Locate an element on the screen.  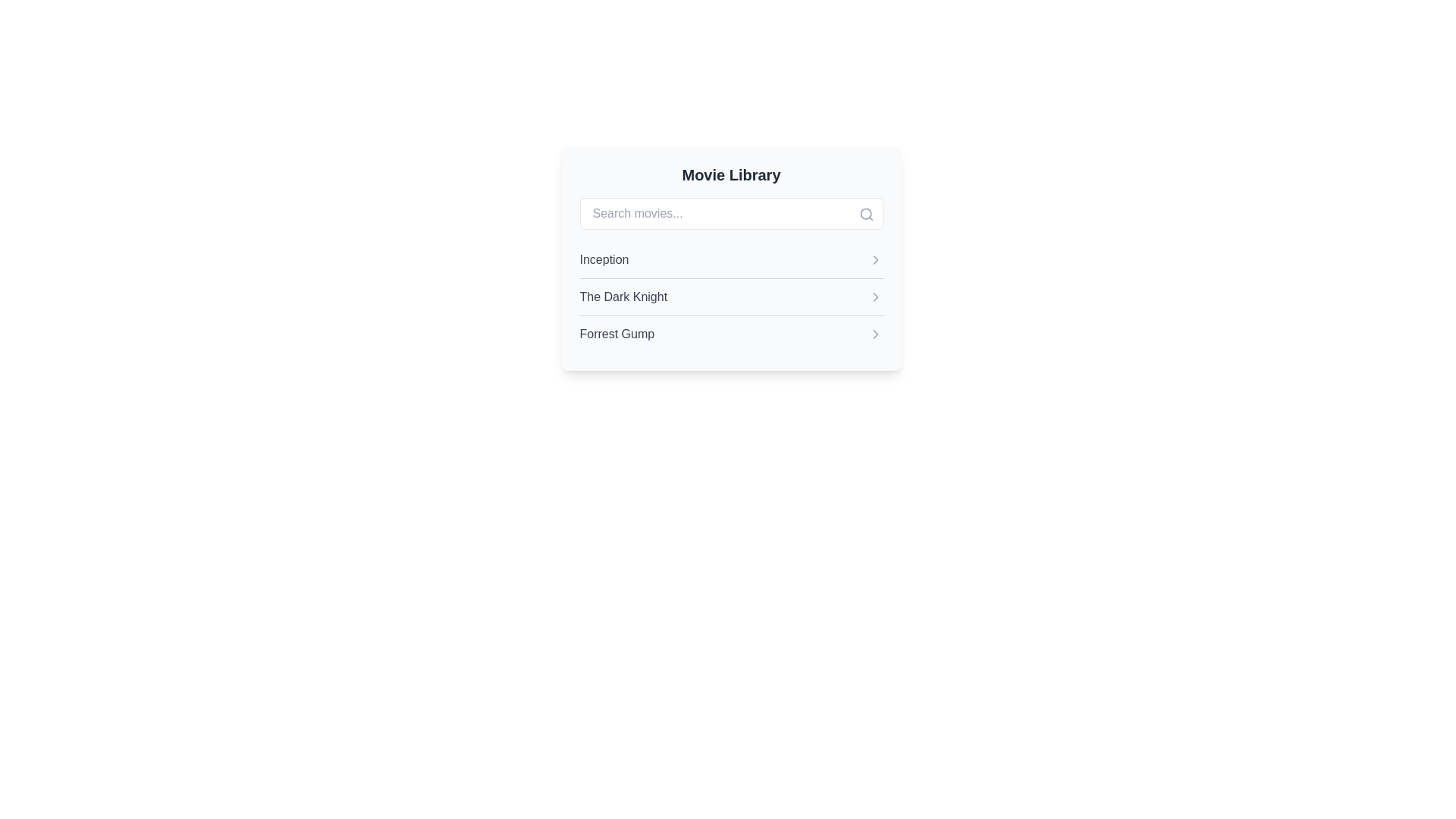
to select the movie item representing 'Inception', which is the first item in the vertical list of movie titles below the 'Search movies...' bar is located at coordinates (731, 259).